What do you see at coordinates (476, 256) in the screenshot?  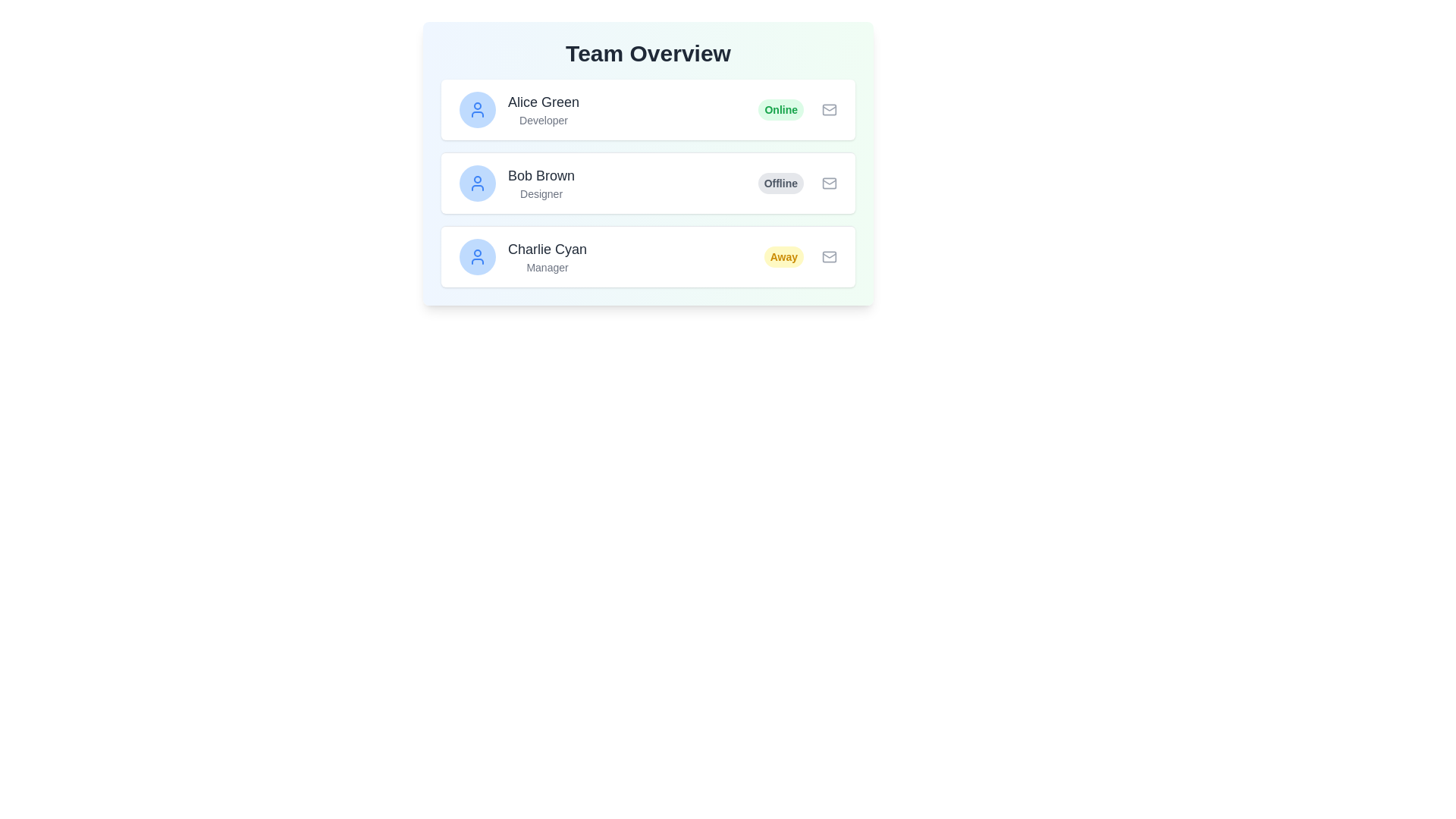 I see `the profile icon representing user 'Charlie Cyan', located in the leftmost position of the third record in the list, adjacent to the text 'Charlie Cyan - Manager'` at bounding box center [476, 256].